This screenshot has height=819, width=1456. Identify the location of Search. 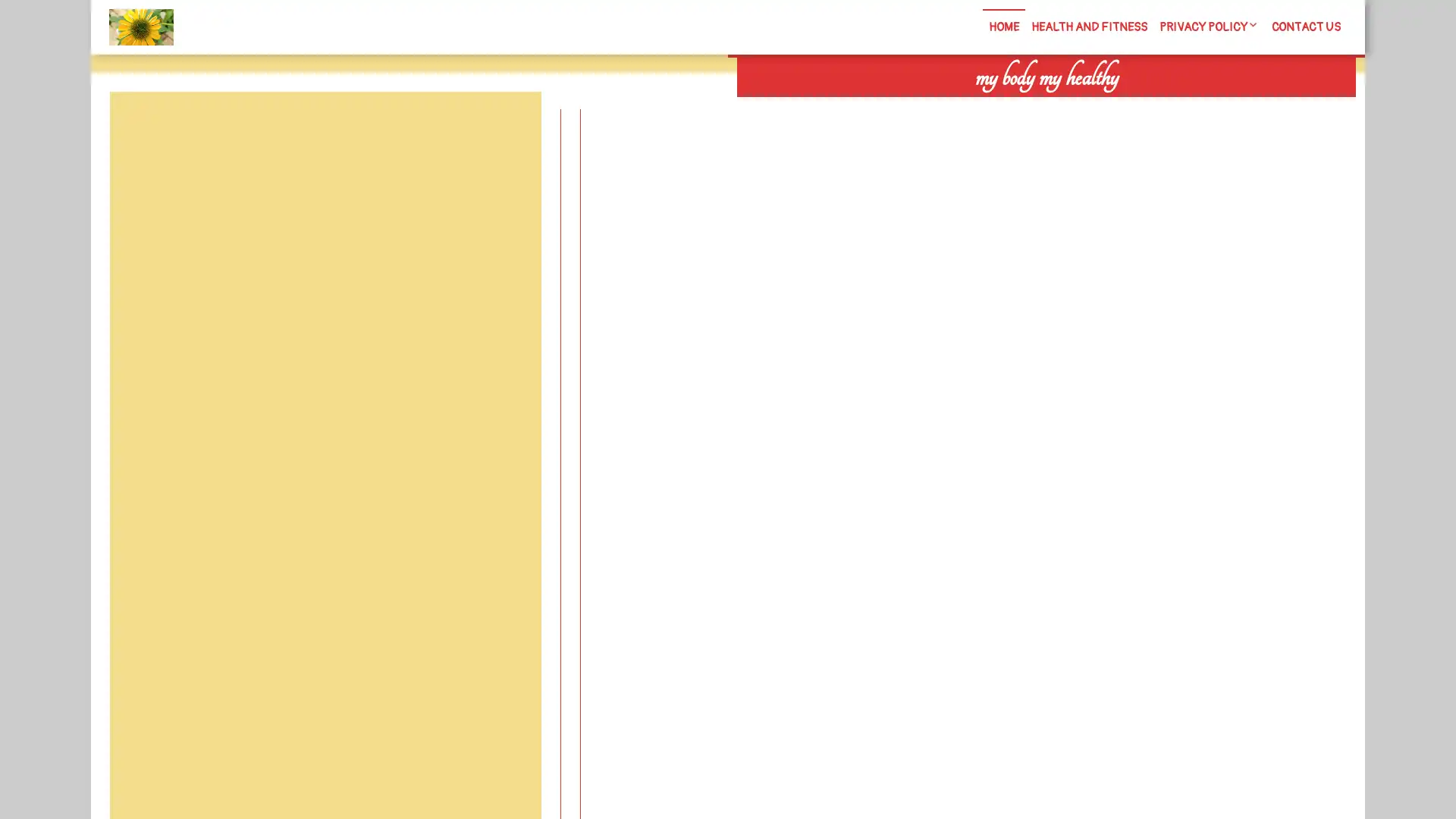
(506, 127).